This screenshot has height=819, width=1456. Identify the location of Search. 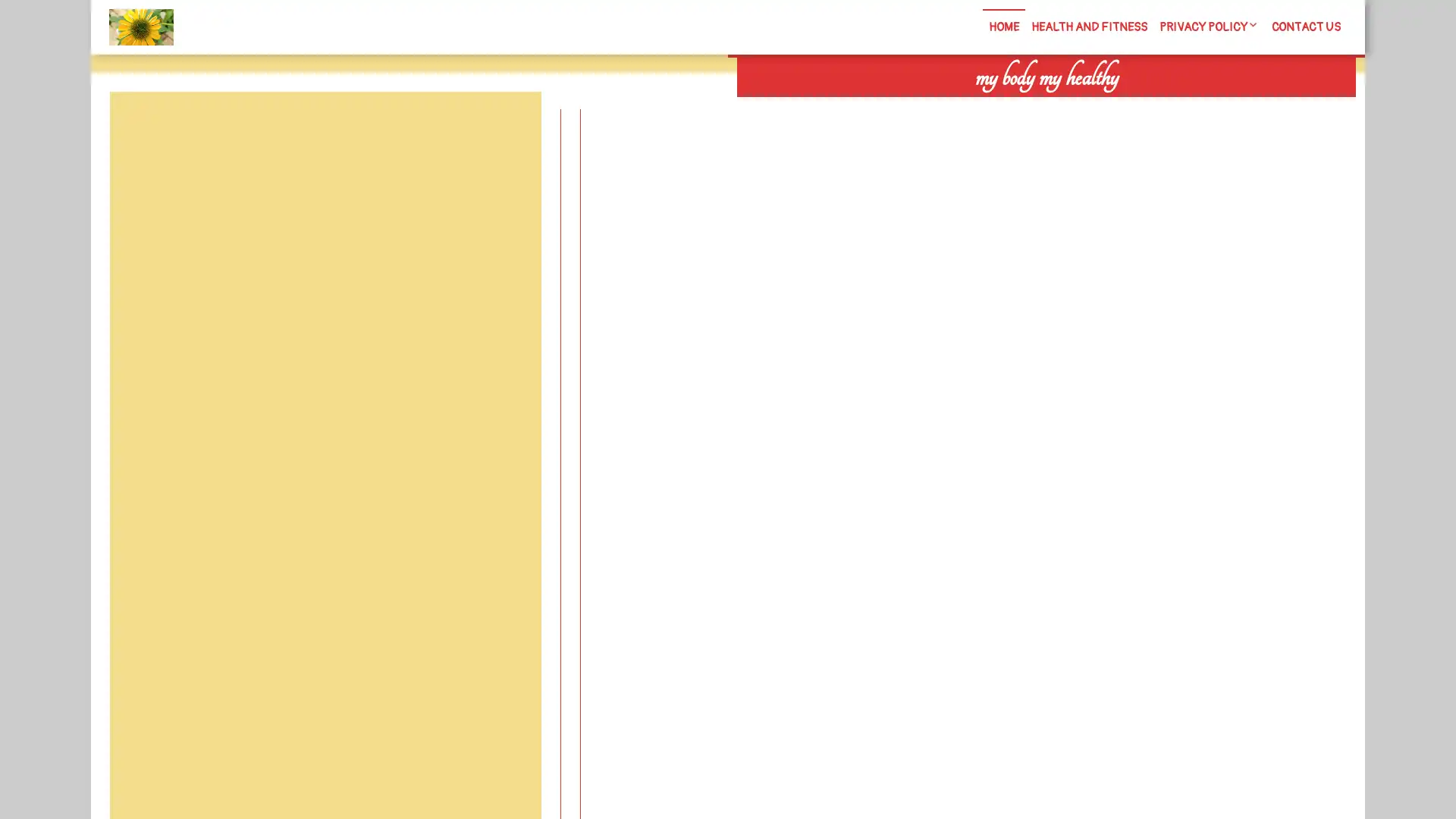
(506, 127).